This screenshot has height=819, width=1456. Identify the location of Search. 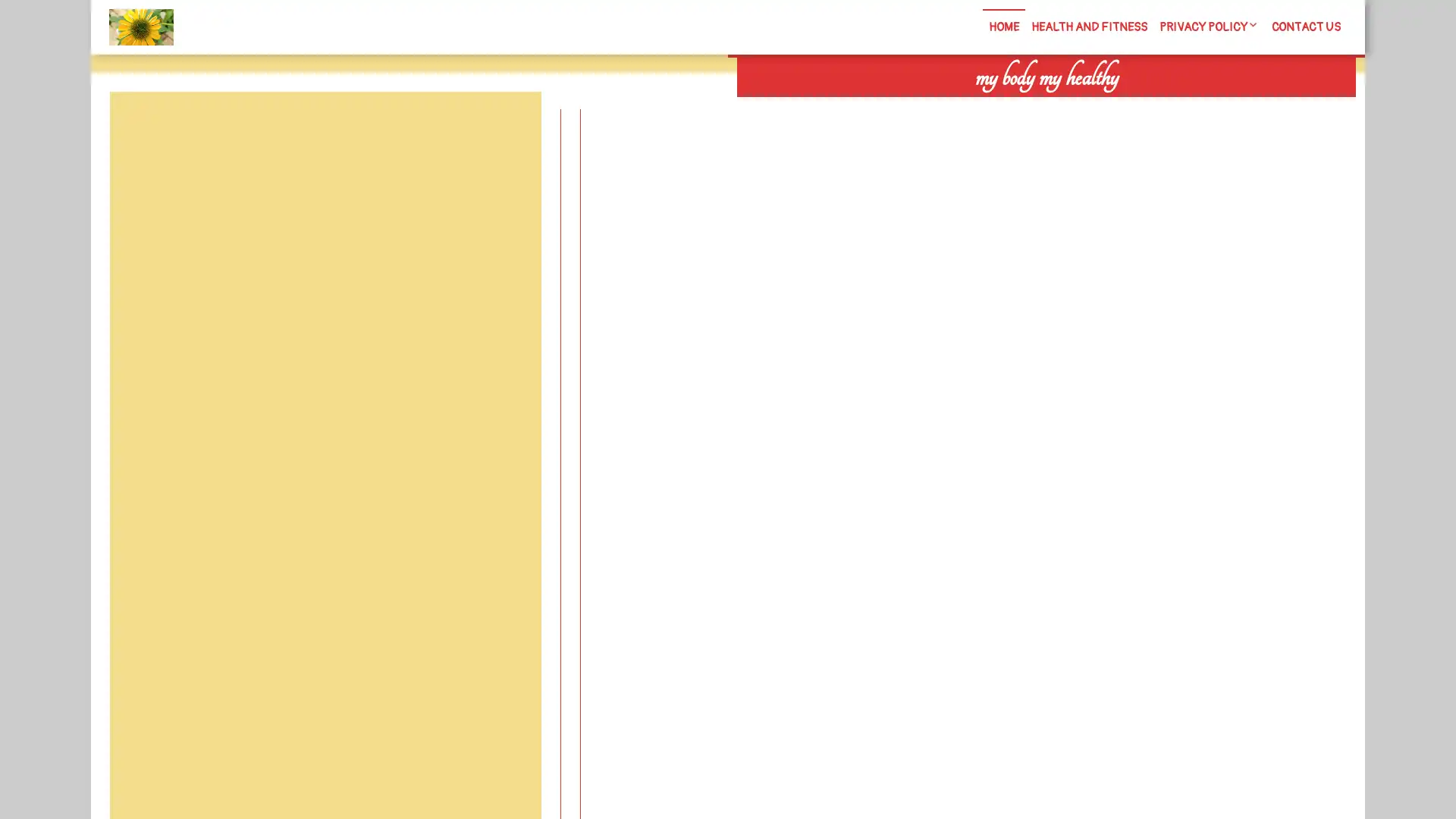
(506, 127).